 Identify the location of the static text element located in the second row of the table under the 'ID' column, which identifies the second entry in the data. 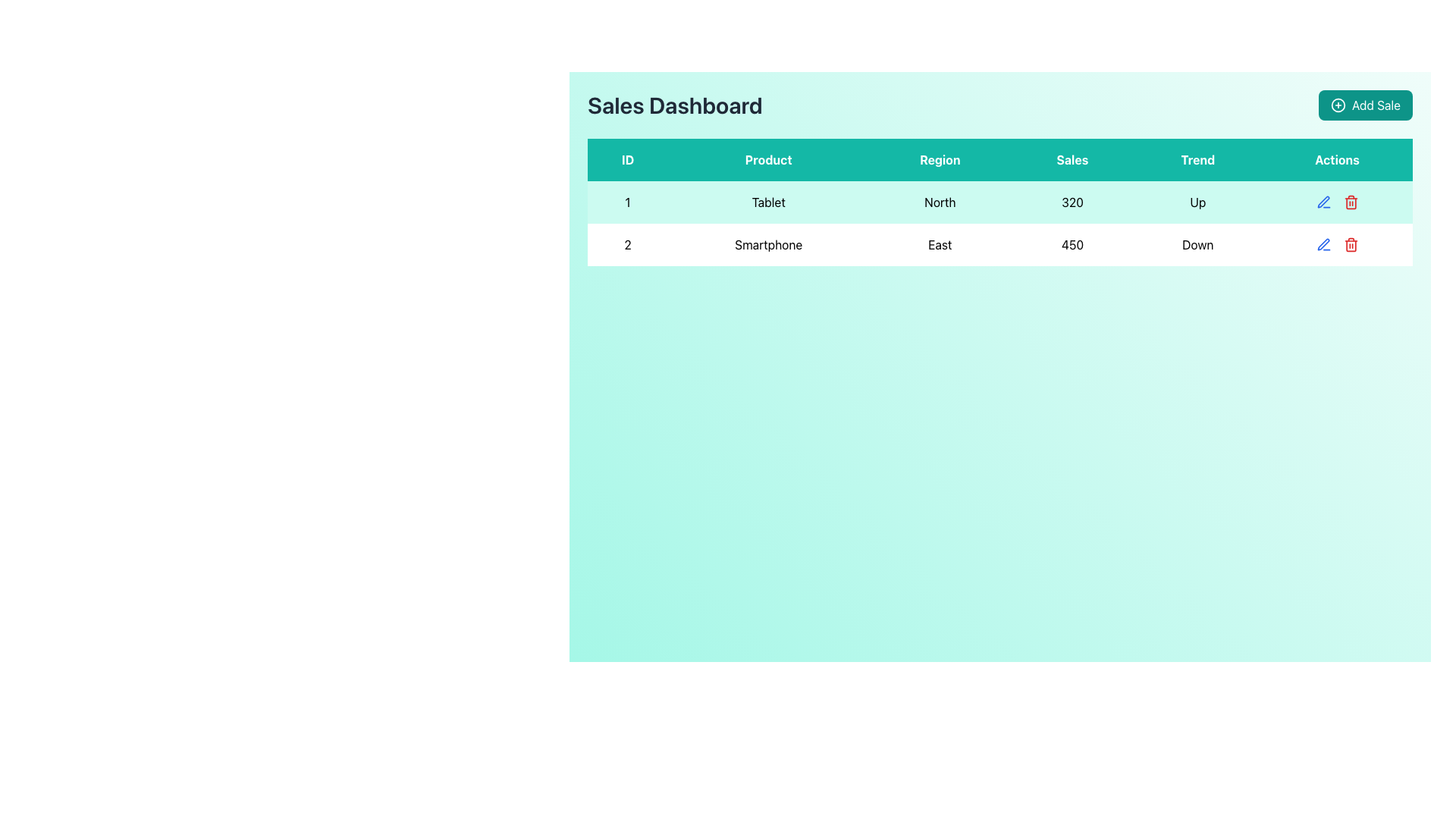
(628, 244).